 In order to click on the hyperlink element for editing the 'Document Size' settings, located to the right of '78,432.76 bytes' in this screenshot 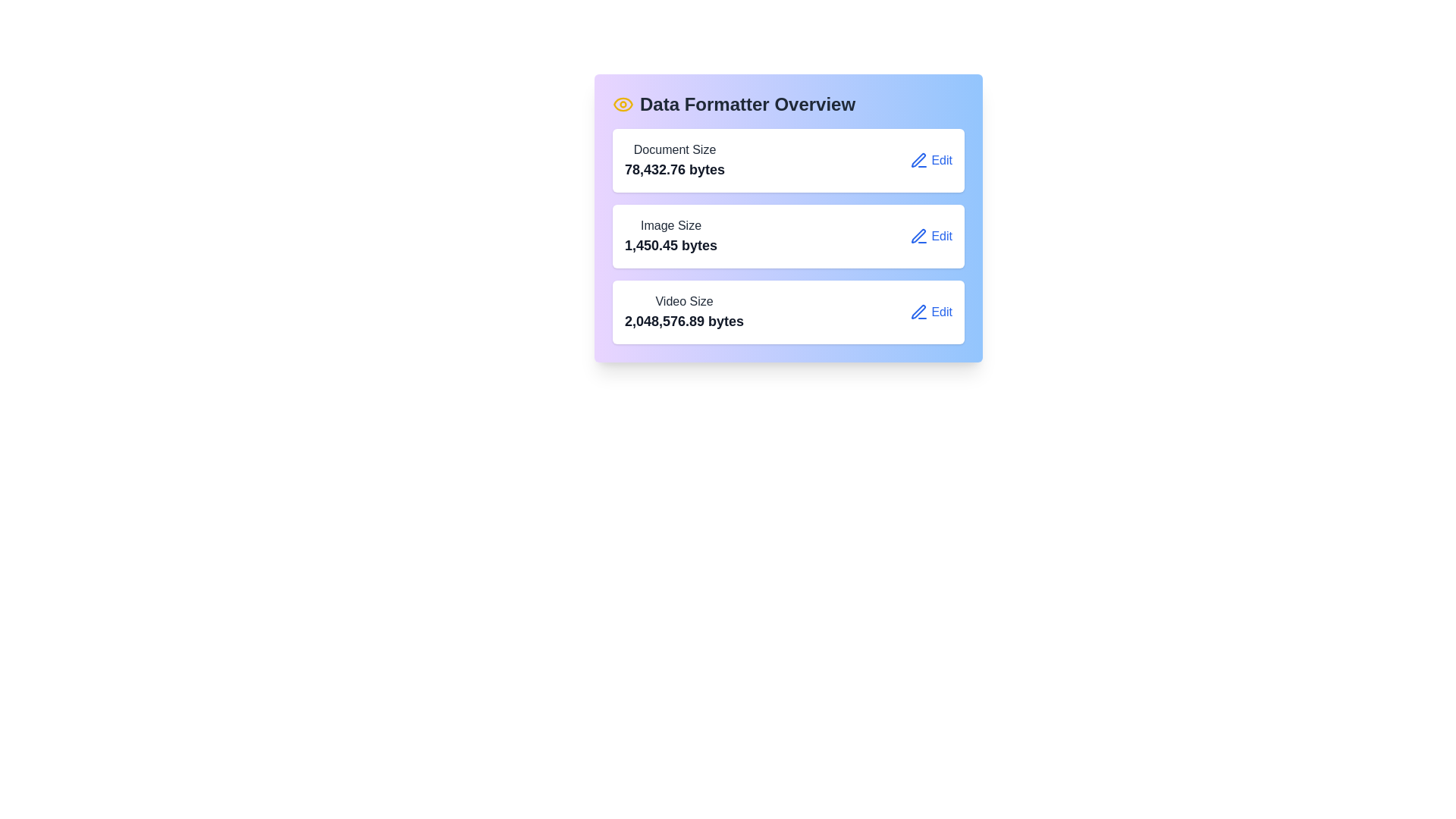, I will do `click(930, 161)`.